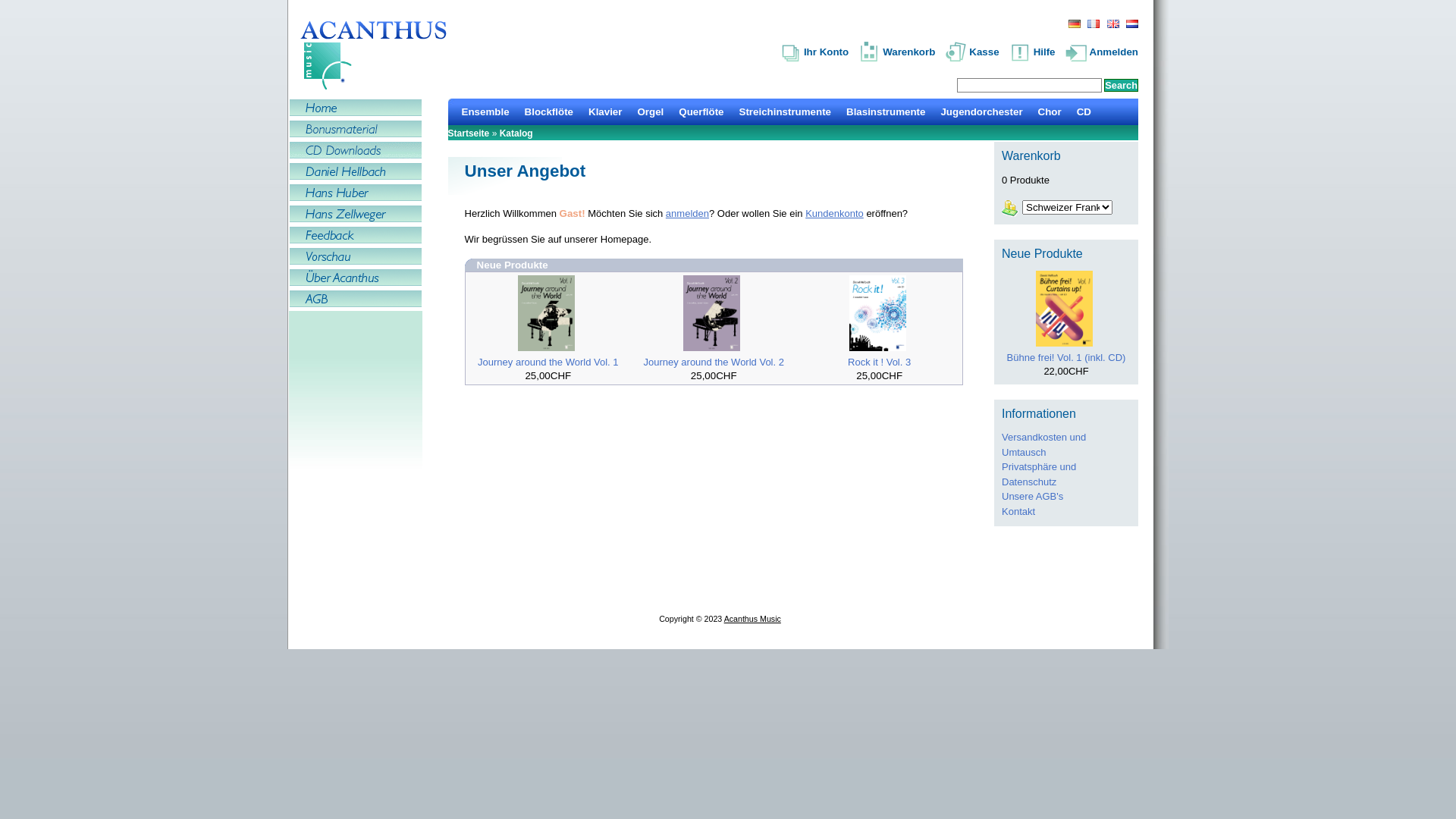 Image resolution: width=1456 pixels, height=819 pixels. What do you see at coordinates (1131, 24) in the screenshot?
I see `' Dutch '` at bounding box center [1131, 24].